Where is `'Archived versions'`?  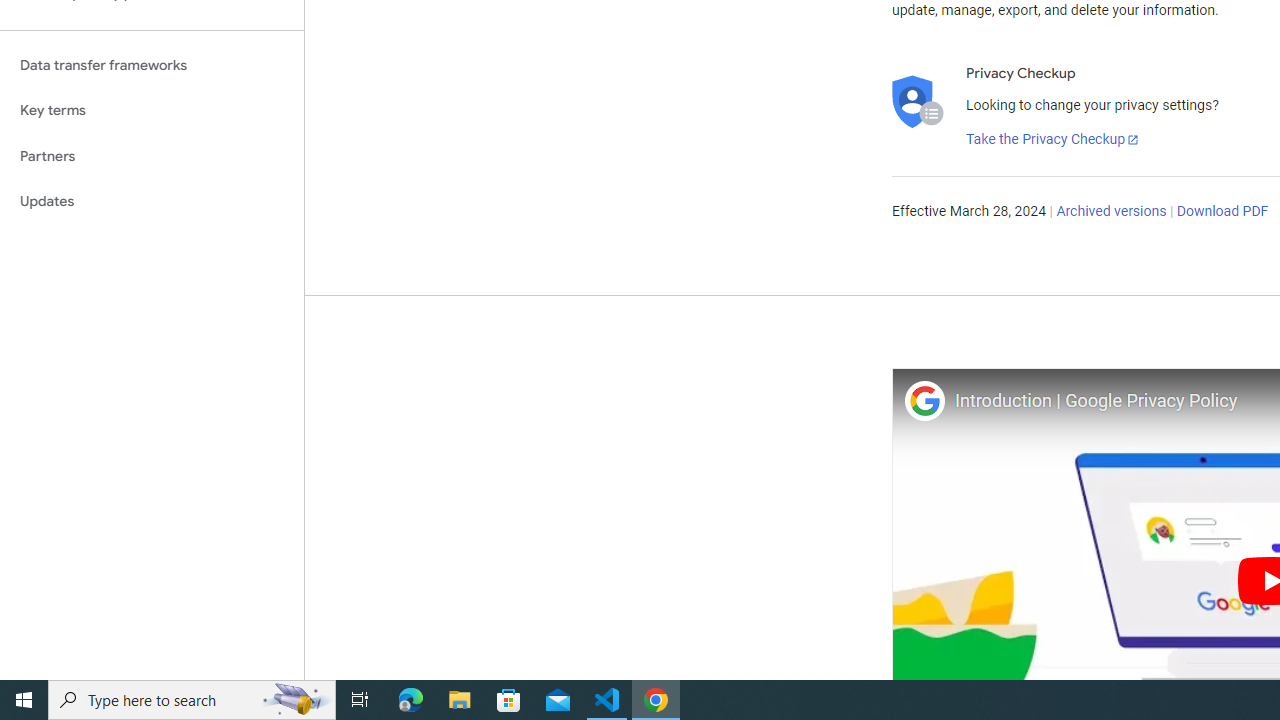 'Archived versions' is located at coordinates (1110, 212).